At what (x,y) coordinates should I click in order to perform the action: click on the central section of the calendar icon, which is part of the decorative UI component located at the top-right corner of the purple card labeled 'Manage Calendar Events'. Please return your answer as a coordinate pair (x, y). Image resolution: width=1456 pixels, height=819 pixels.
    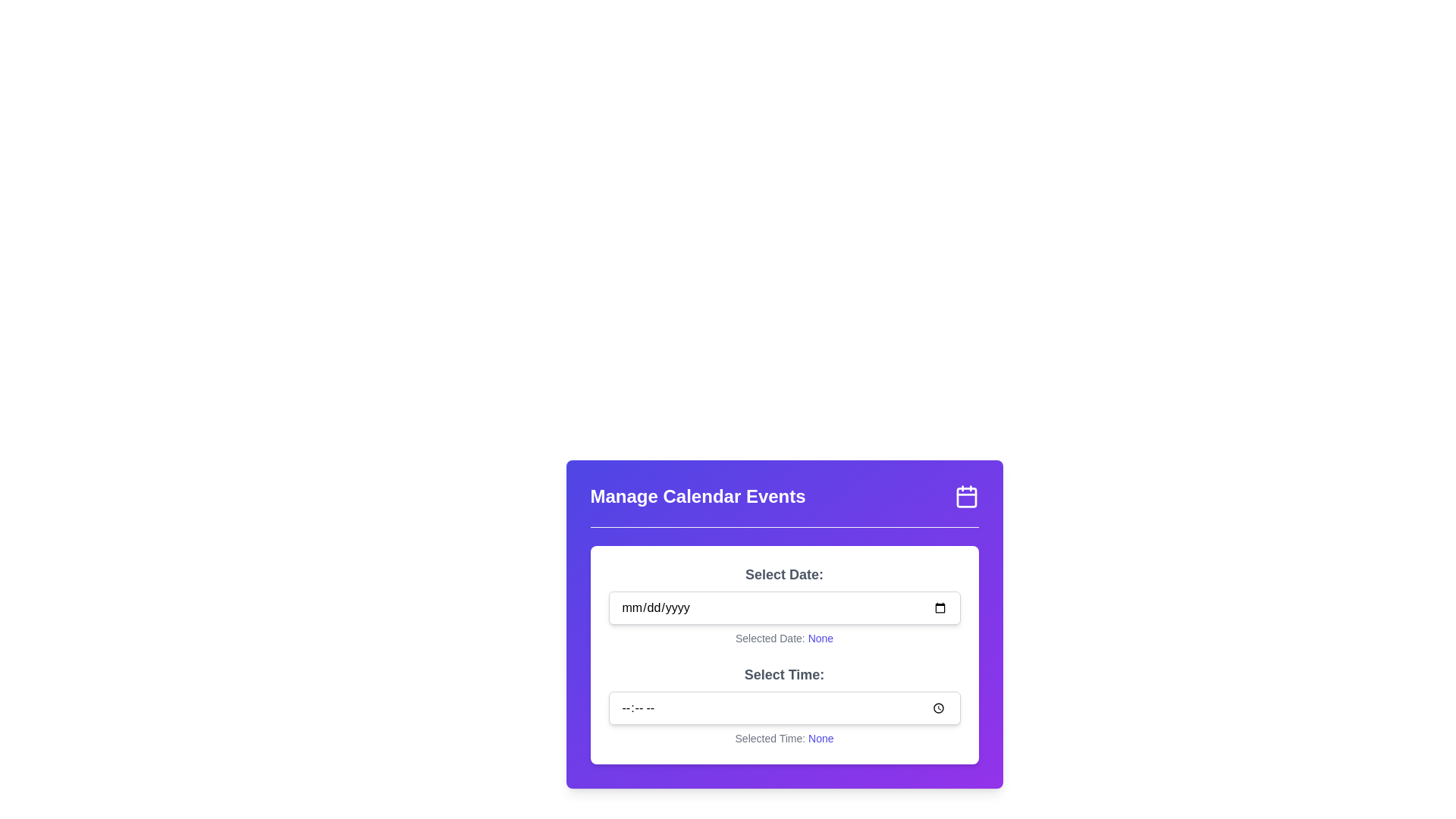
    Looking at the image, I should click on (965, 497).